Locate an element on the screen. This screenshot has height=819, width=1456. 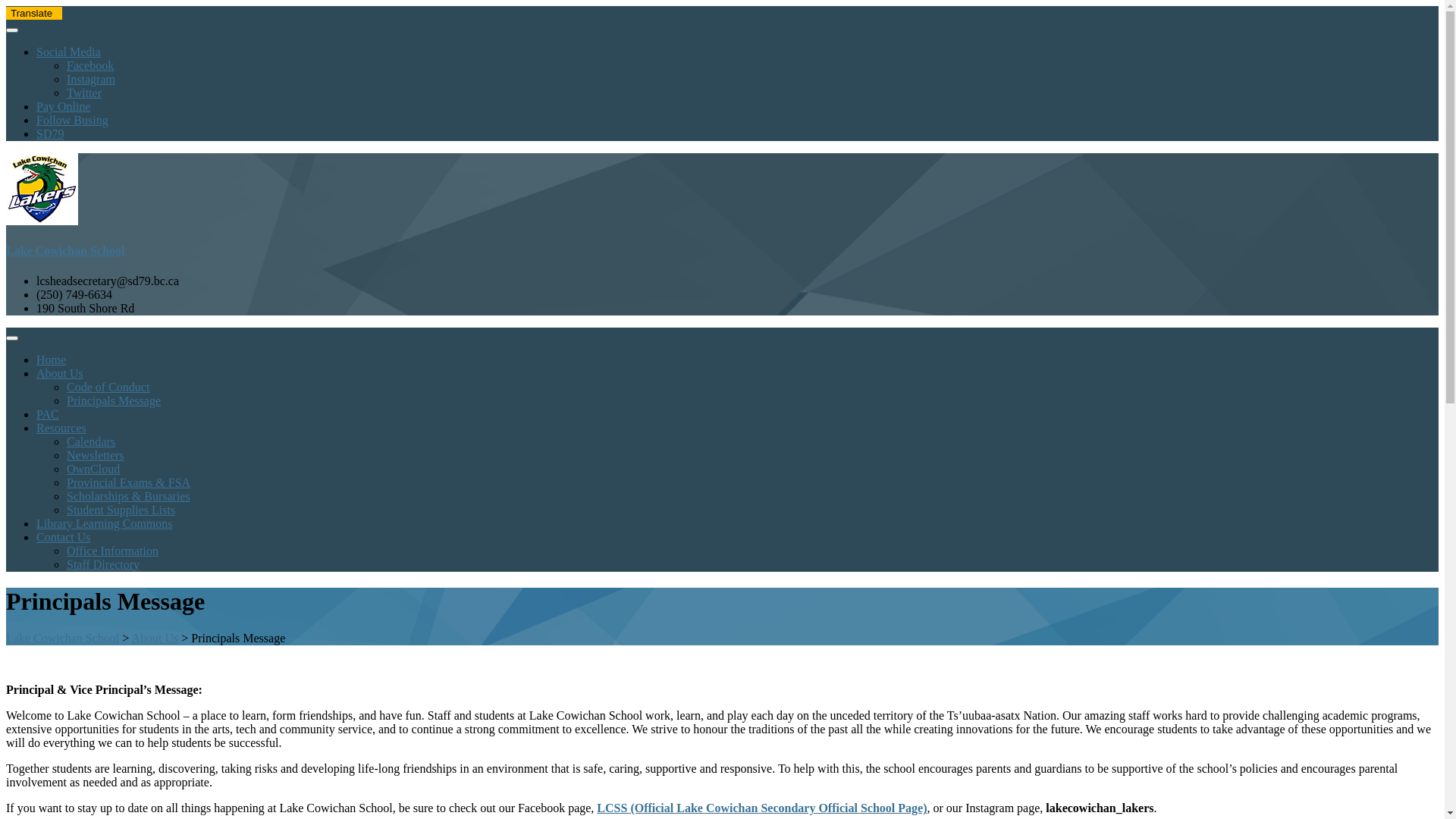
'Translate  ' is located at coordinates (33, 13).